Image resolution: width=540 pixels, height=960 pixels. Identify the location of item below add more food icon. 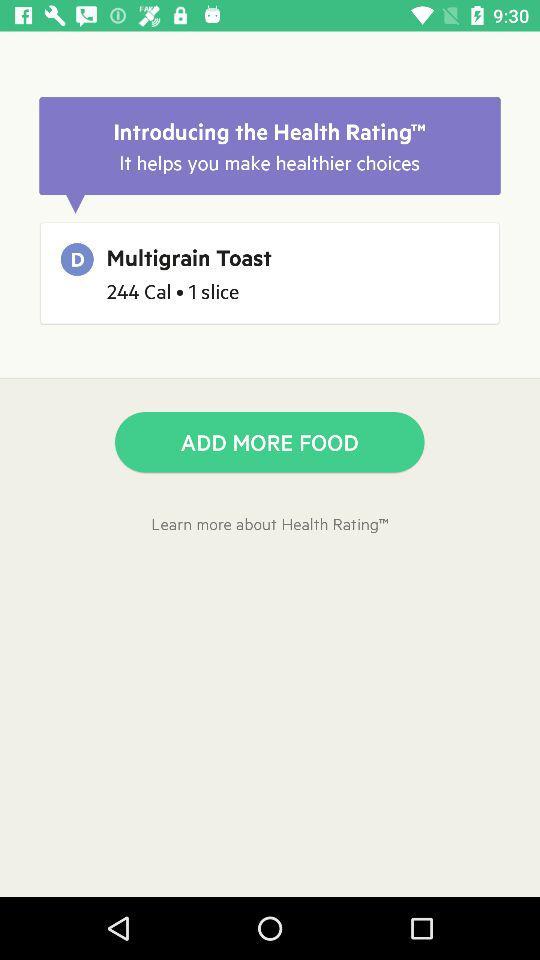
(270, 522).